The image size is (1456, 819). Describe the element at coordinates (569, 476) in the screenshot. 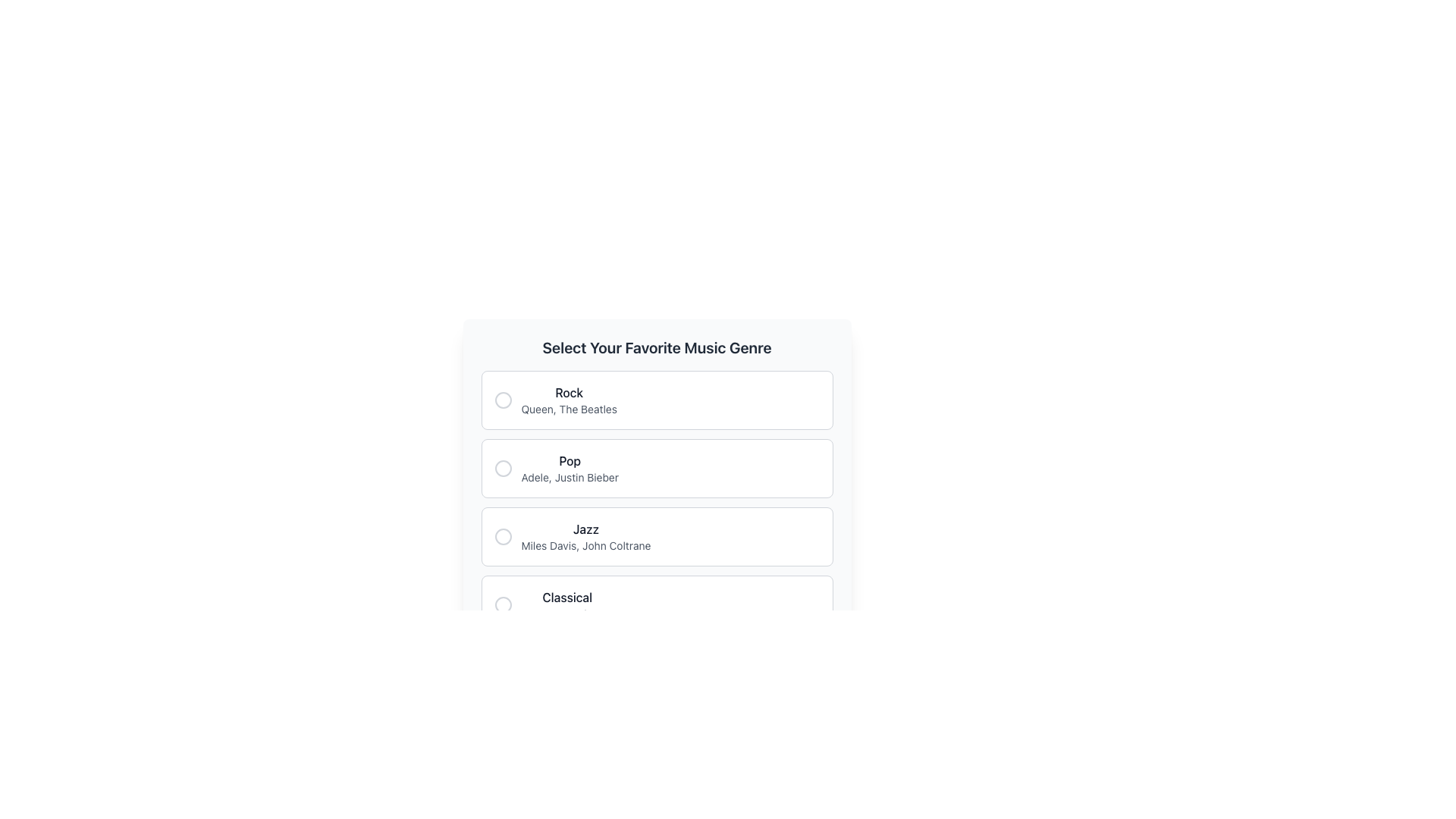

I see `the text label displaying 'Adele, Justin Bieber' which is styled in gray and positioned below the 'Pop' header within the white rectangular area` at that location.